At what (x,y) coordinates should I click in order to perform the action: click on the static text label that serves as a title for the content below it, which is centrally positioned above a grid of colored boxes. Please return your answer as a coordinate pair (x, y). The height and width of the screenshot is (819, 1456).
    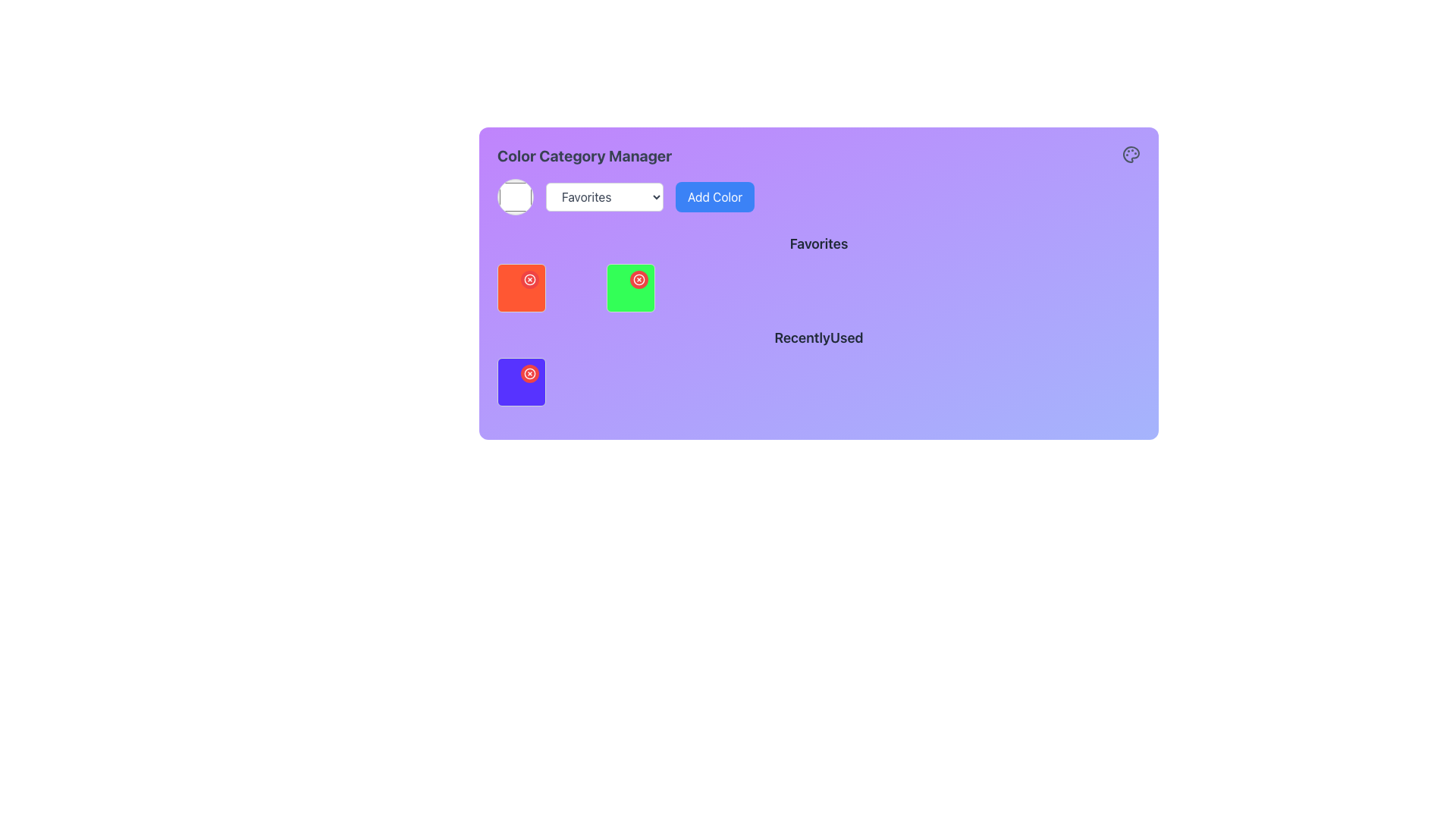
    Looking at the image, I should click on (818, 243).